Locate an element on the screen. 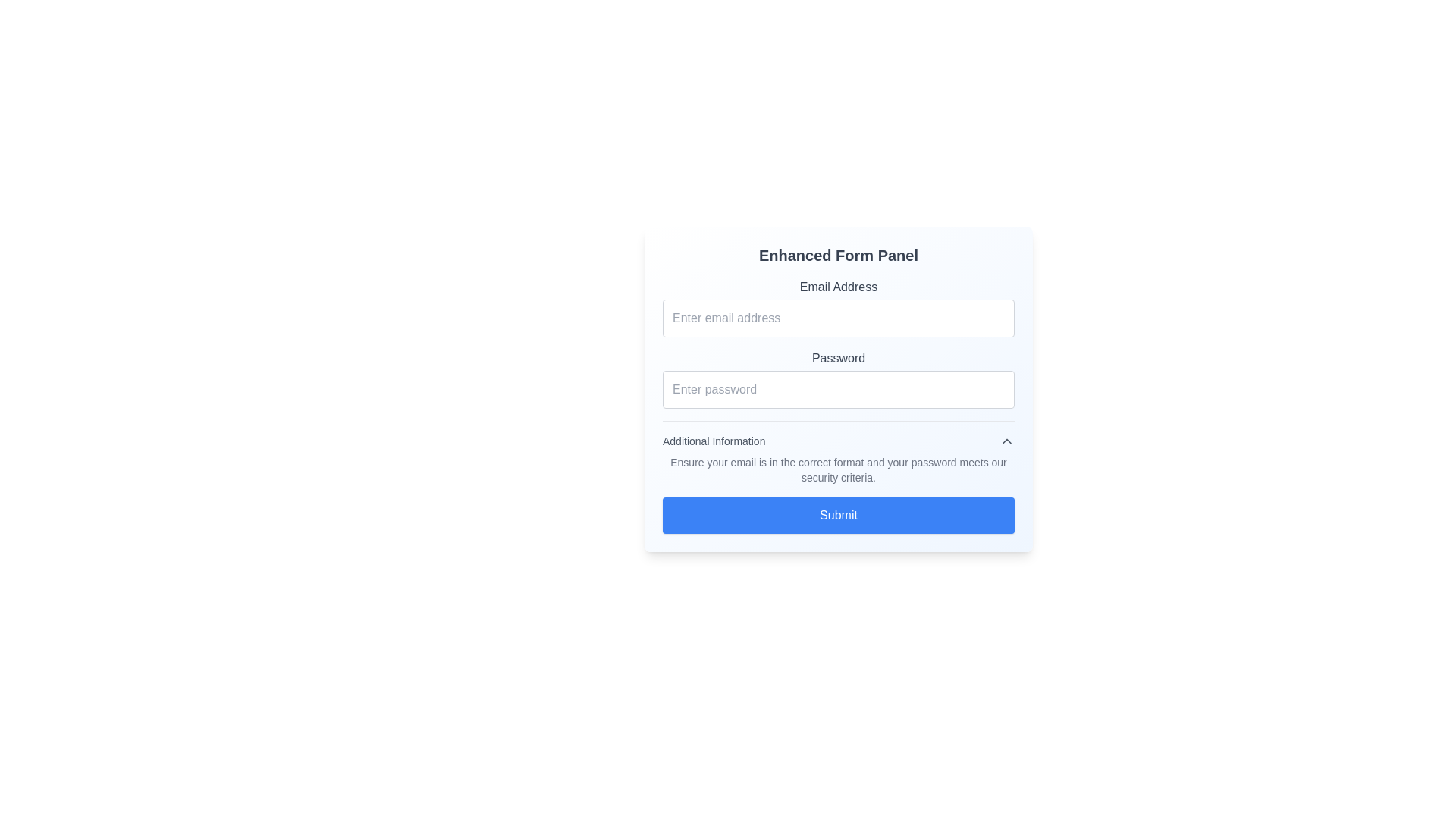 The height and width of the screenshot is (819, 1456). instructional message text paragraph located centrally below the 'Additional Information' header and above the 'Submit' button in the form layout is located at coordinates (837, 469).